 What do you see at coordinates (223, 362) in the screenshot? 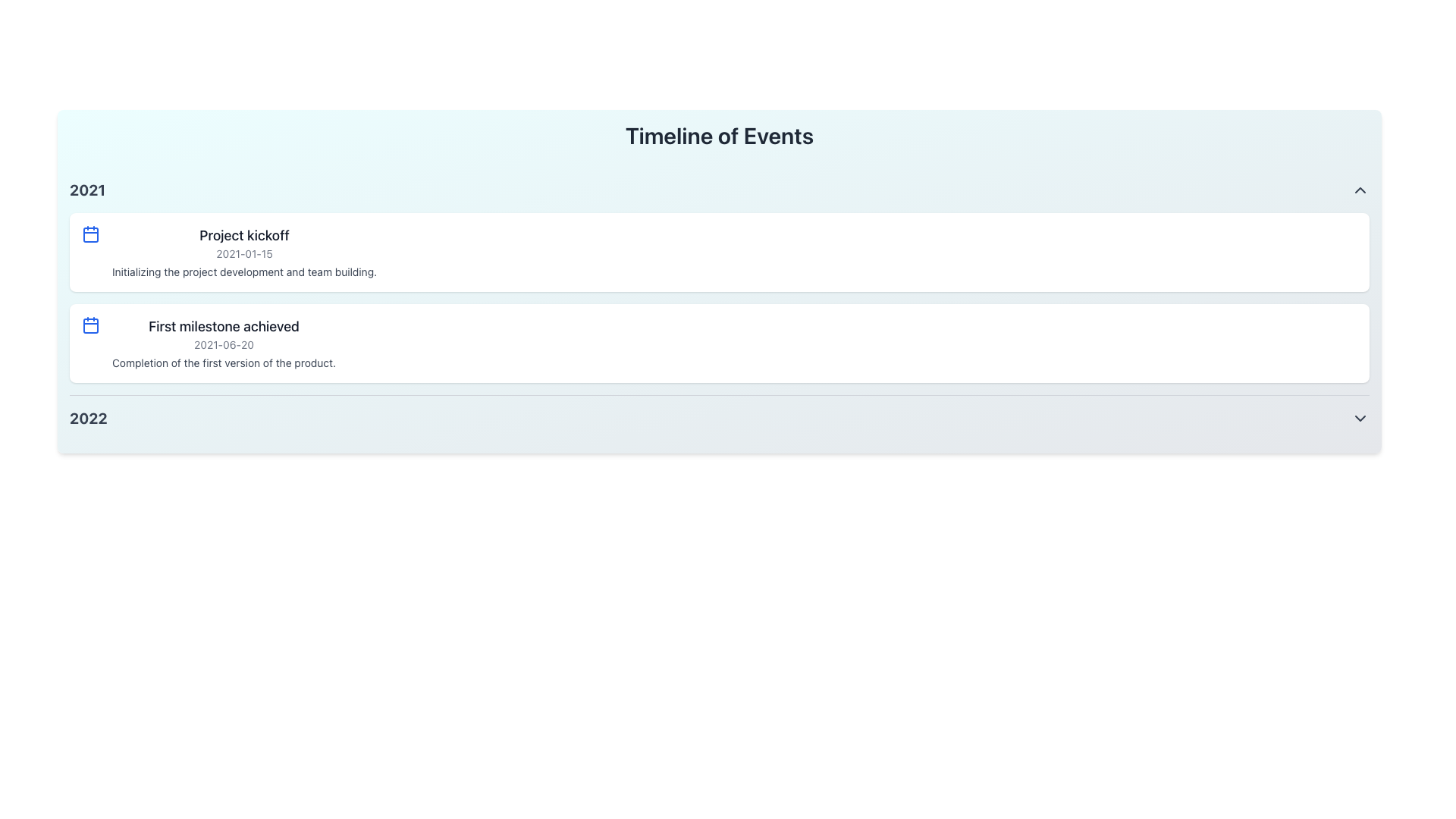
I see `the text label displaying 'Completion of the first version of the product.' which is styled in a smaller font and located beneath the milestone header 'First milestone achieved'` at bounding box center [223, 362].